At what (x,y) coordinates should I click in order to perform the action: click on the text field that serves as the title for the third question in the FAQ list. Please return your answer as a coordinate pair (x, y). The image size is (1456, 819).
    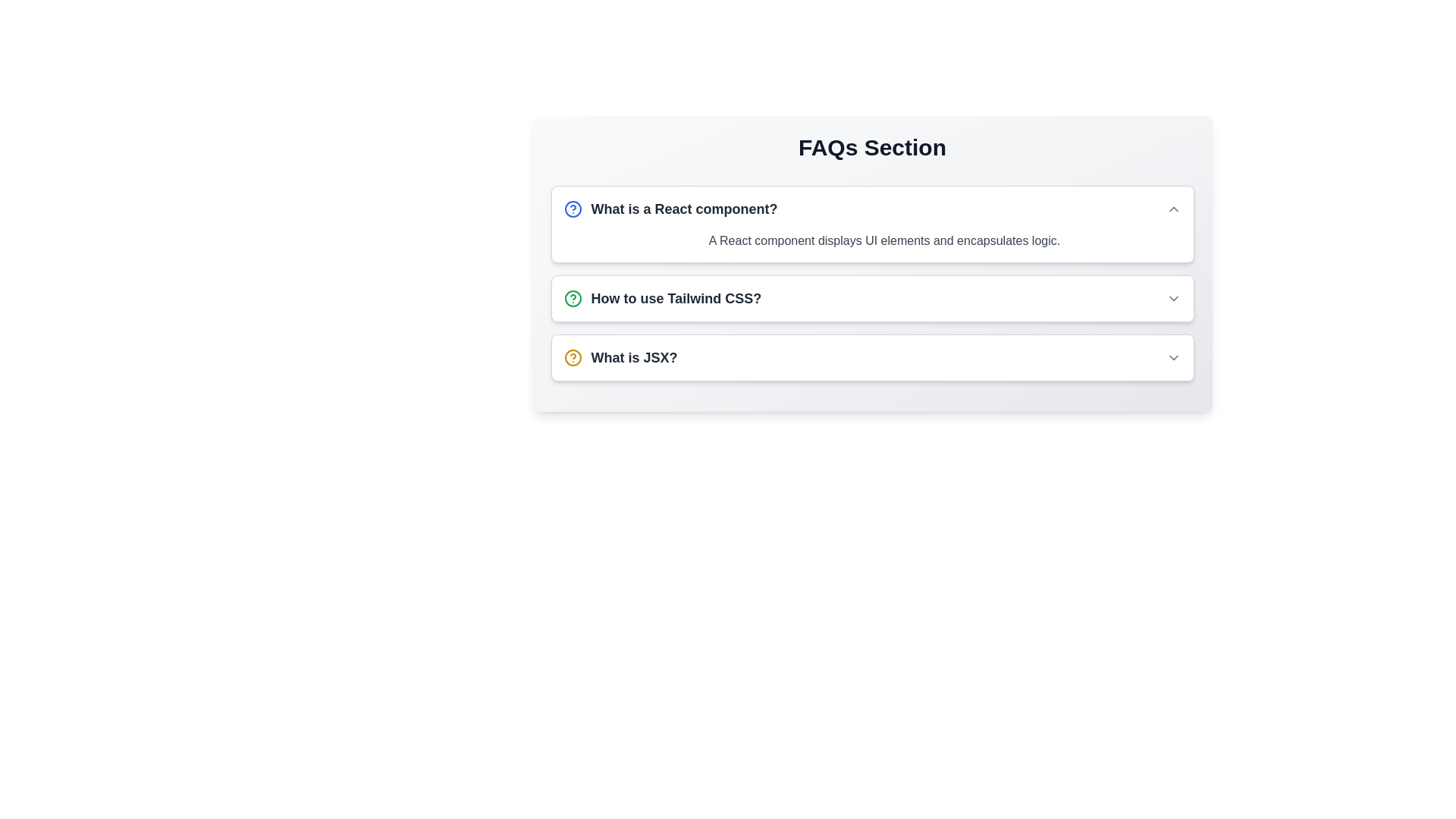
    Looking at the image, I should click on (634, 357).